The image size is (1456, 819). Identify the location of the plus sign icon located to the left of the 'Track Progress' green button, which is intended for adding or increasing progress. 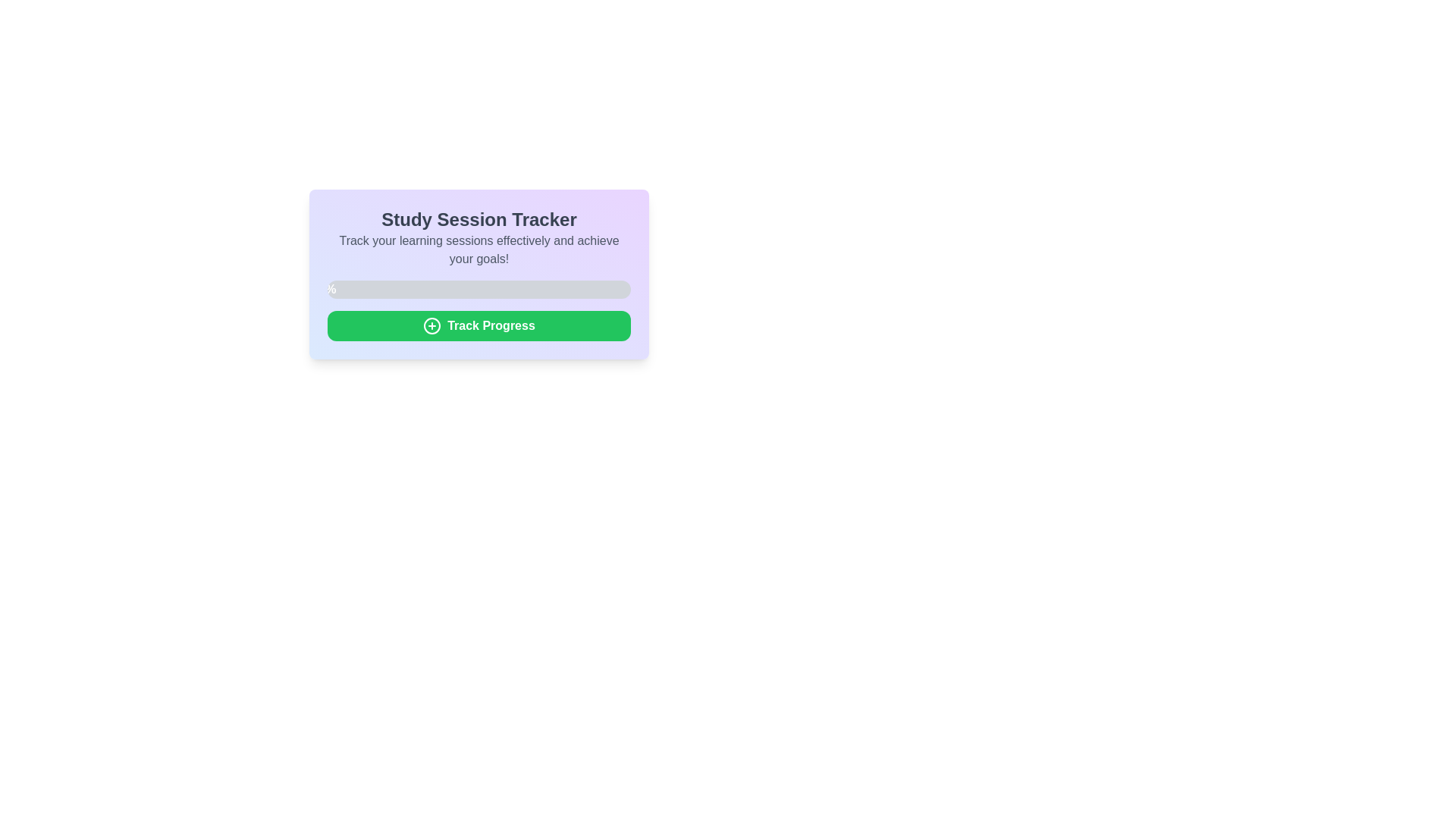
(431, 325).